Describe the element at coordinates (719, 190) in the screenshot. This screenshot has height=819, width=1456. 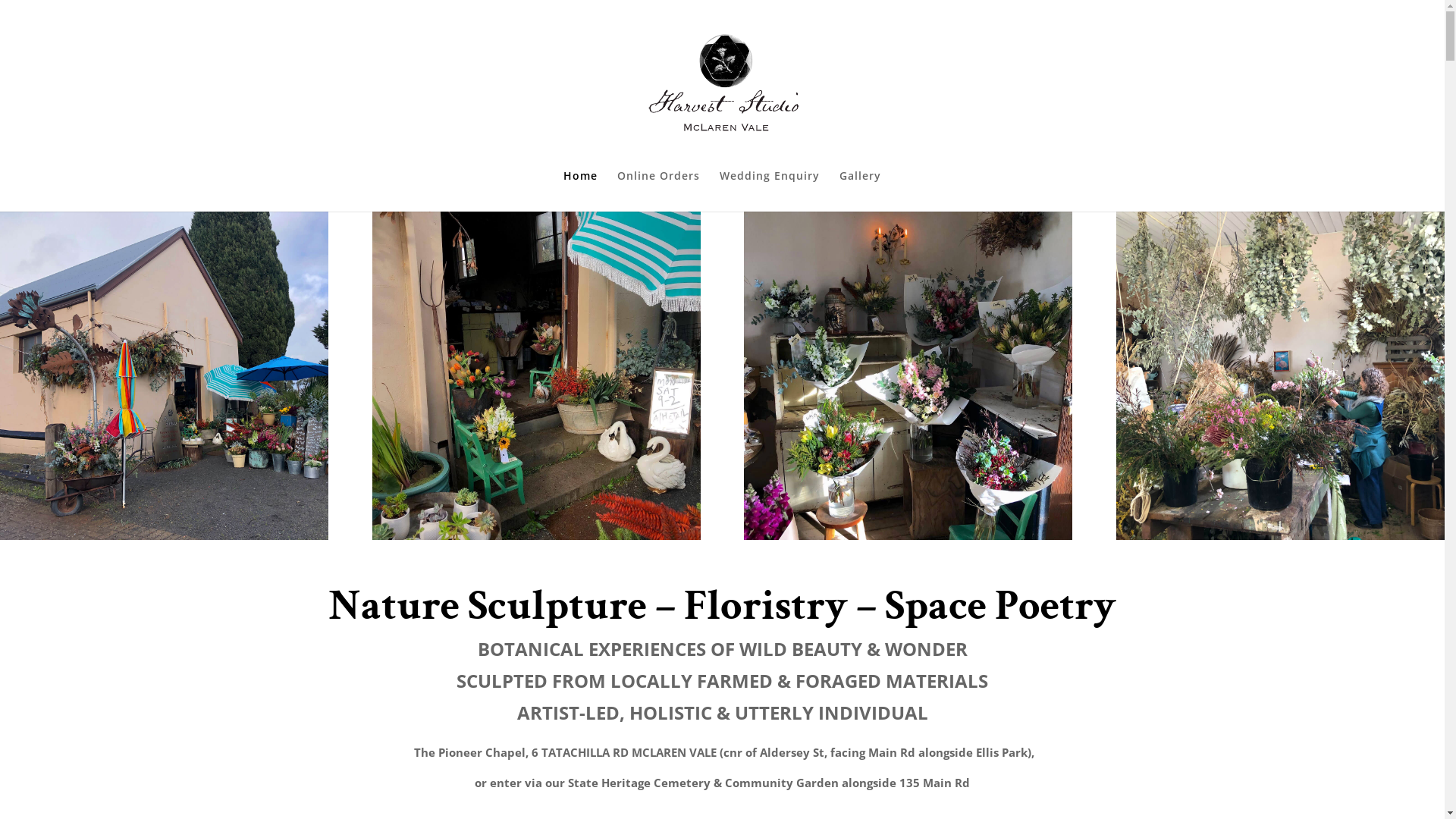
I see `'Wedding Enquiry'` at that location.